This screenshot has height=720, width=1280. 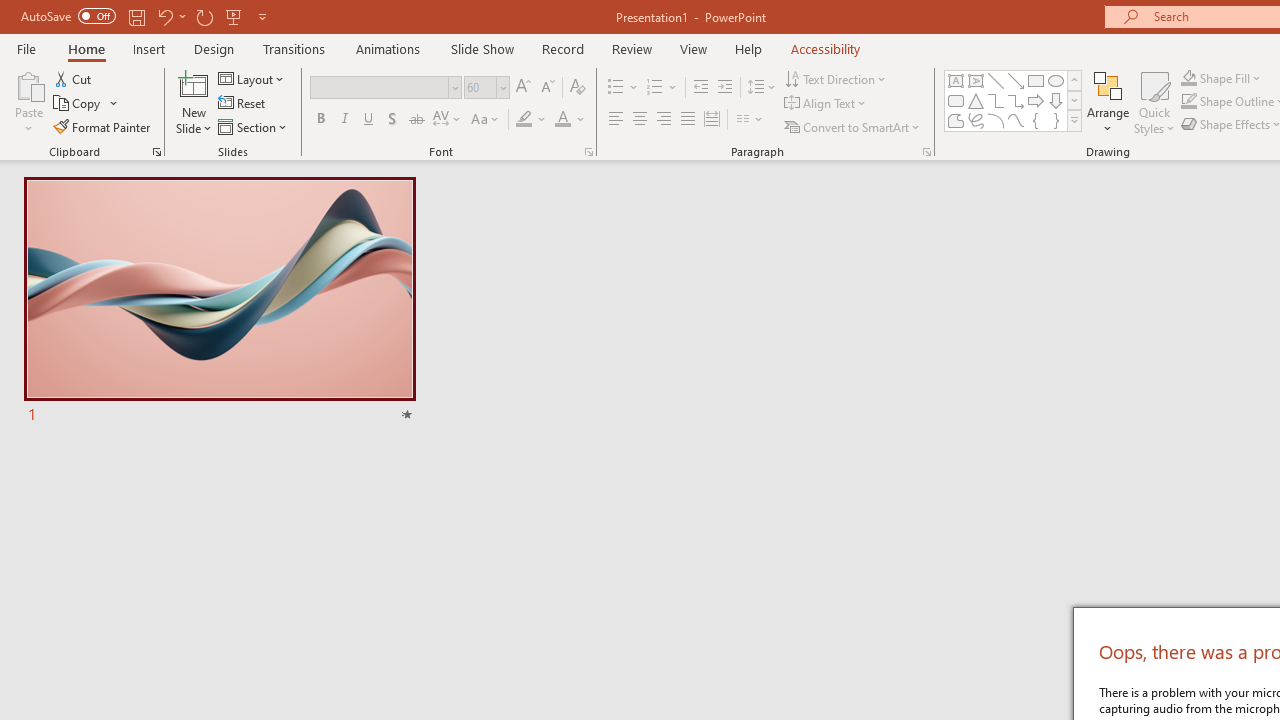 I want to click on 'Office Clipboard...', so click(x=155, y=150).